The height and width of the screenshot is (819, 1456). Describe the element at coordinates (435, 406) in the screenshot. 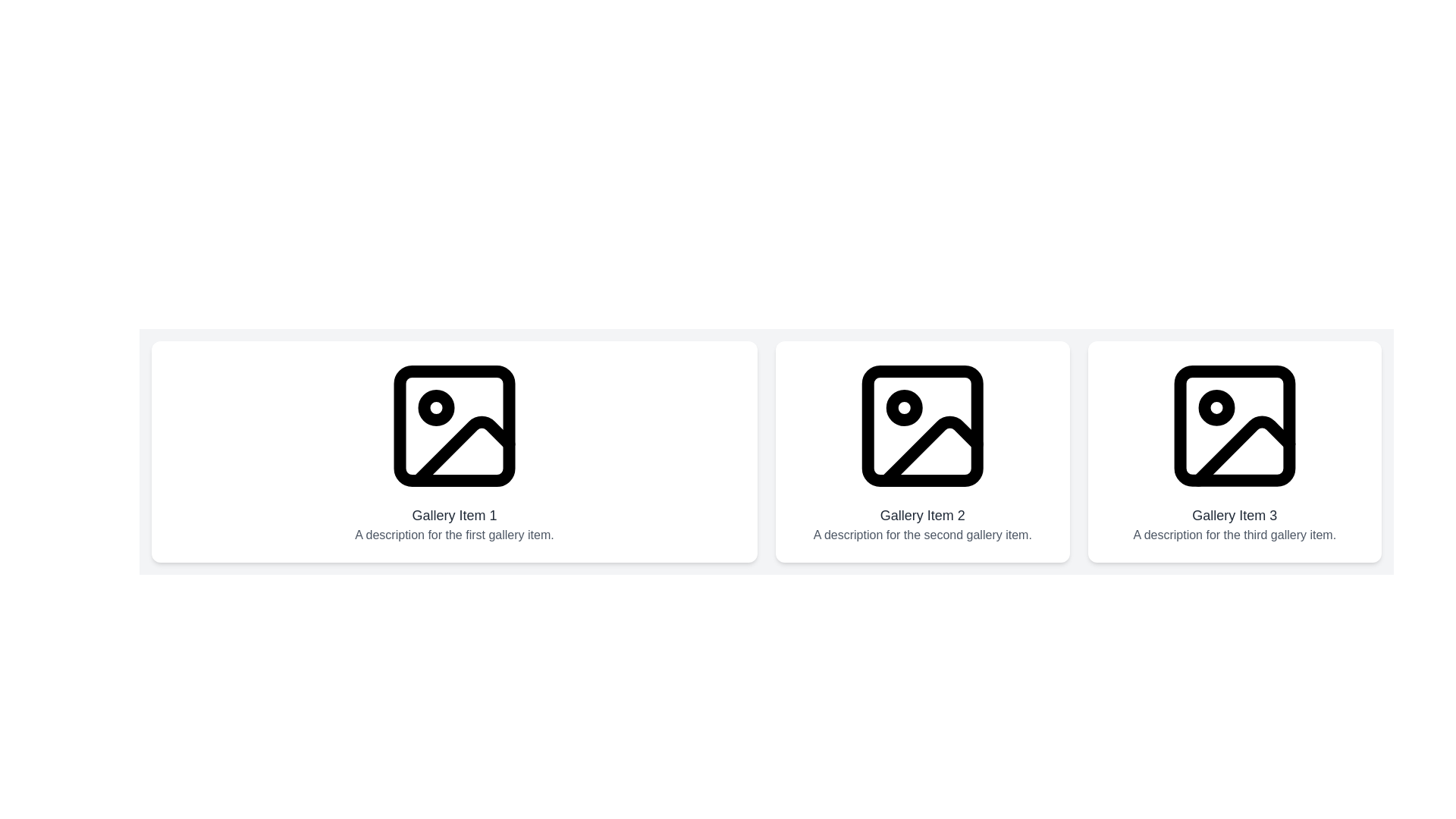

I see `the Circle element within the SVG graphic, which represents a symbolic feature and is located at the leftmost gallery item above the mountain illustration` at that location.